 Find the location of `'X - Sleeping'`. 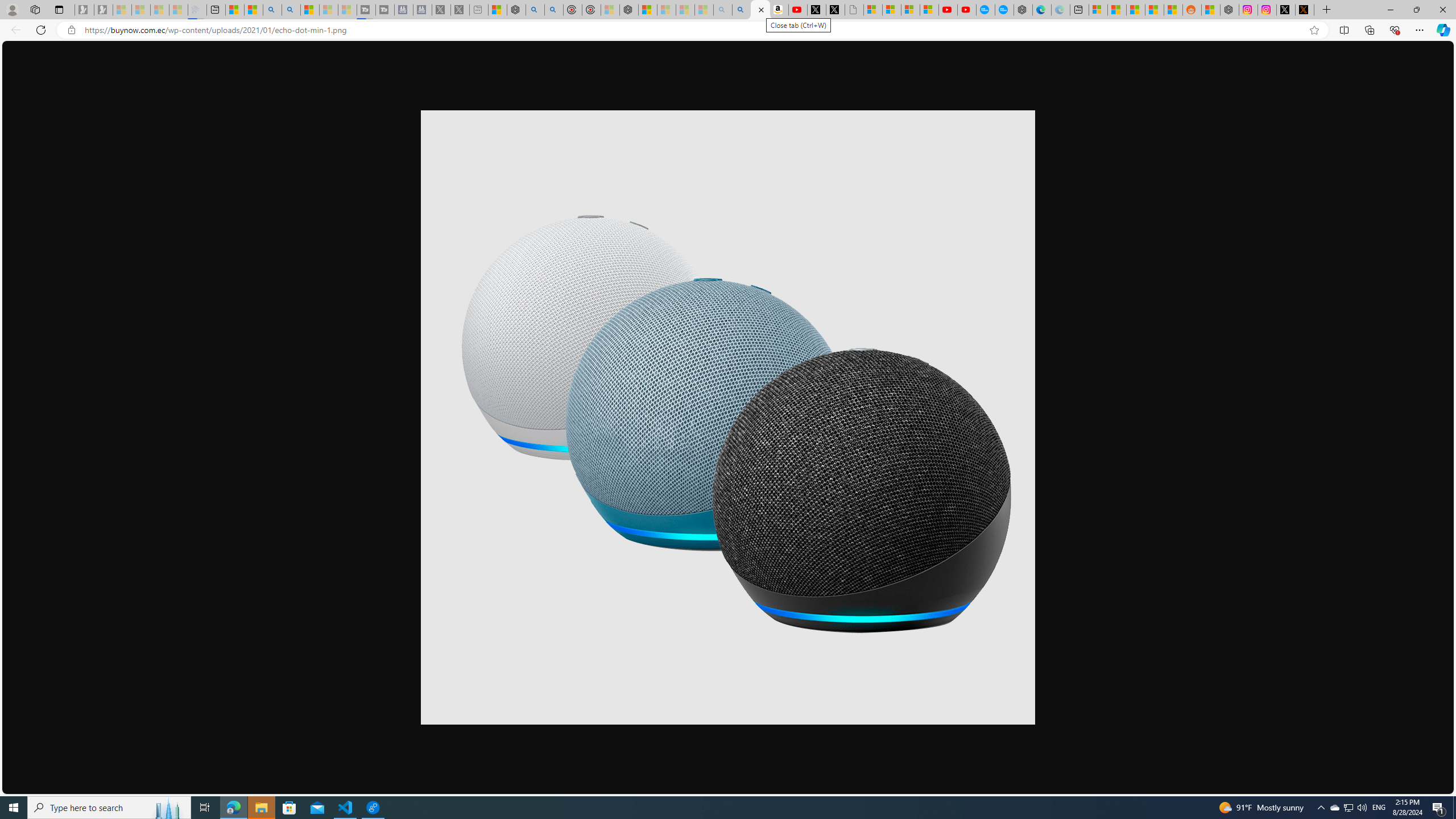

'X - Sleeping' is located at coordinates (459, 9).